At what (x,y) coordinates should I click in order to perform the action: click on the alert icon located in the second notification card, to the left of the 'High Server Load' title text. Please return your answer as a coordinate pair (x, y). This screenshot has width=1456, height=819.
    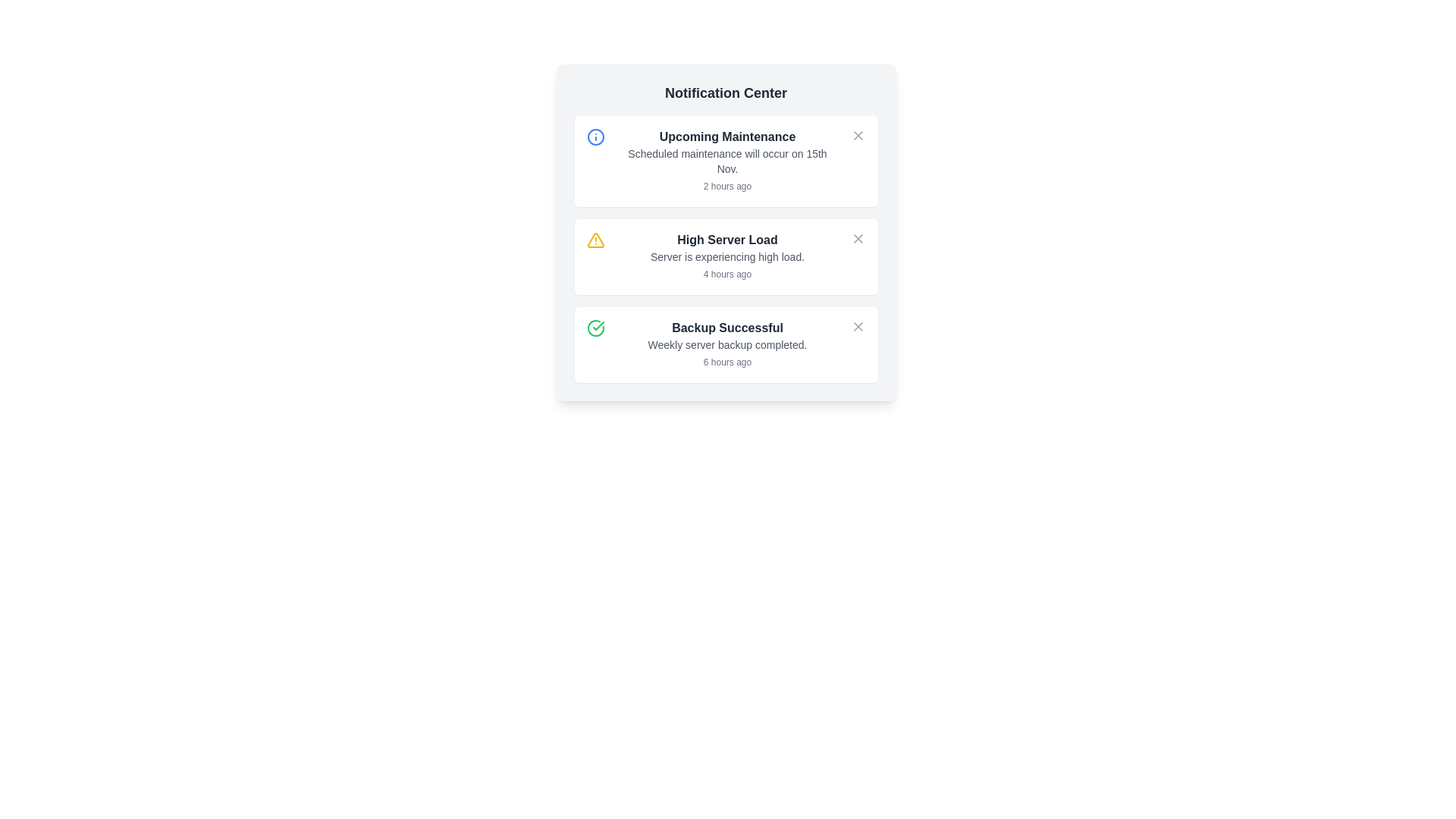
    Looking at the image, I should click on (595, 239).